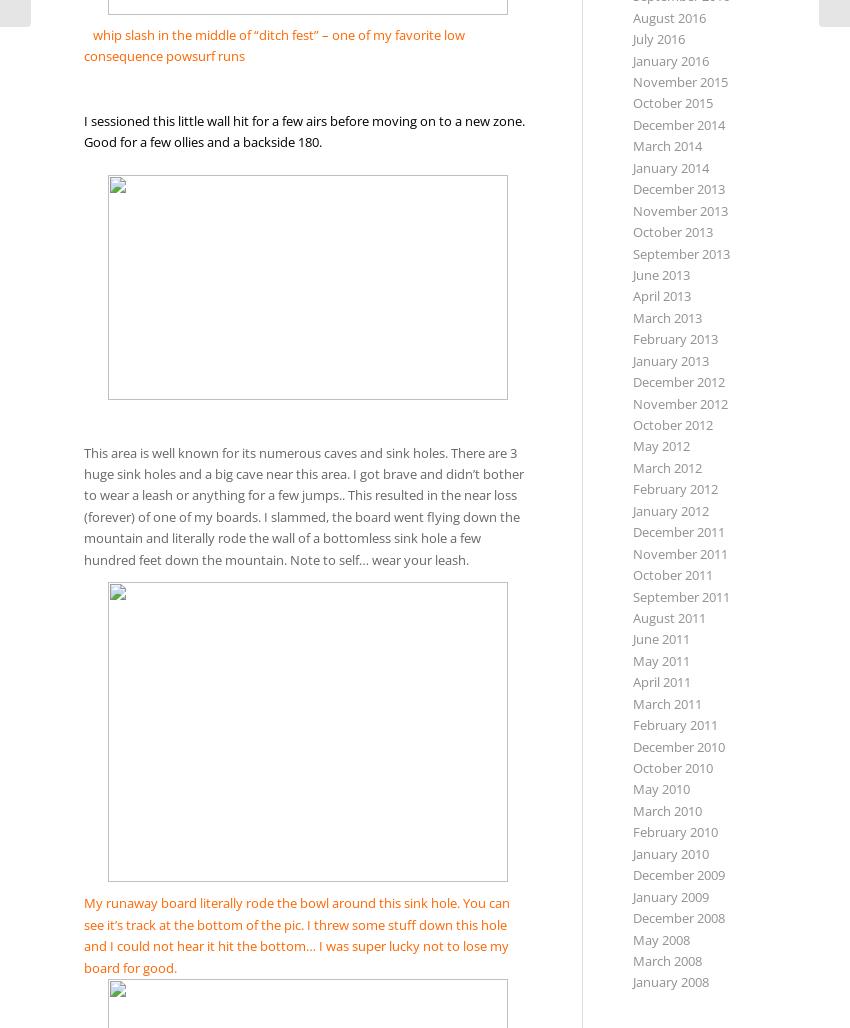 This screenshot has height=1028, width=850. Describe the element at coordinates (660, 938) in the screenshot. I see `'May 2008'` at that location.